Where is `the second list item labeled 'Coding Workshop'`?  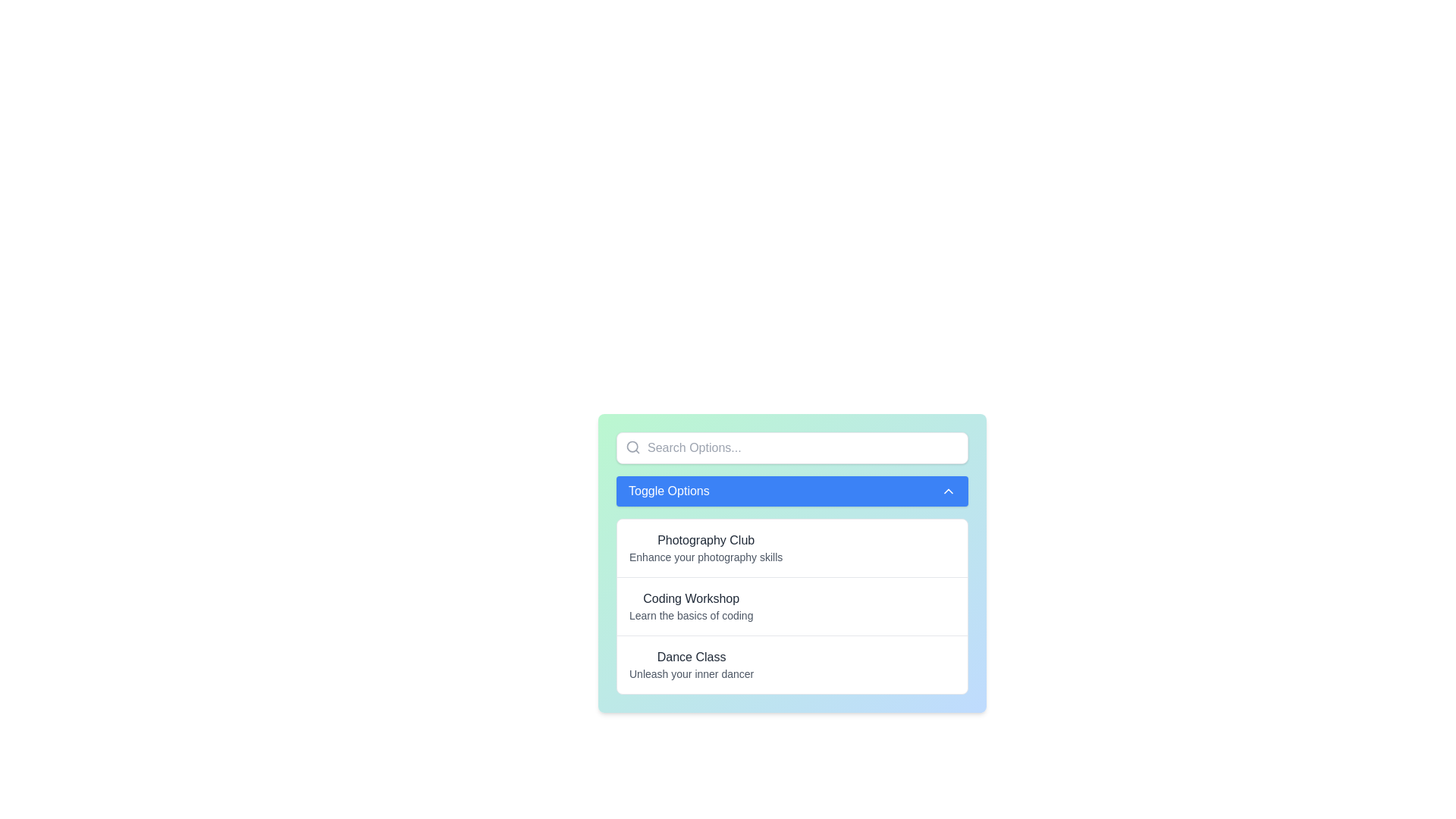
the second list item labeled 'Coding Workshop' is located at coordinates (792, 604).